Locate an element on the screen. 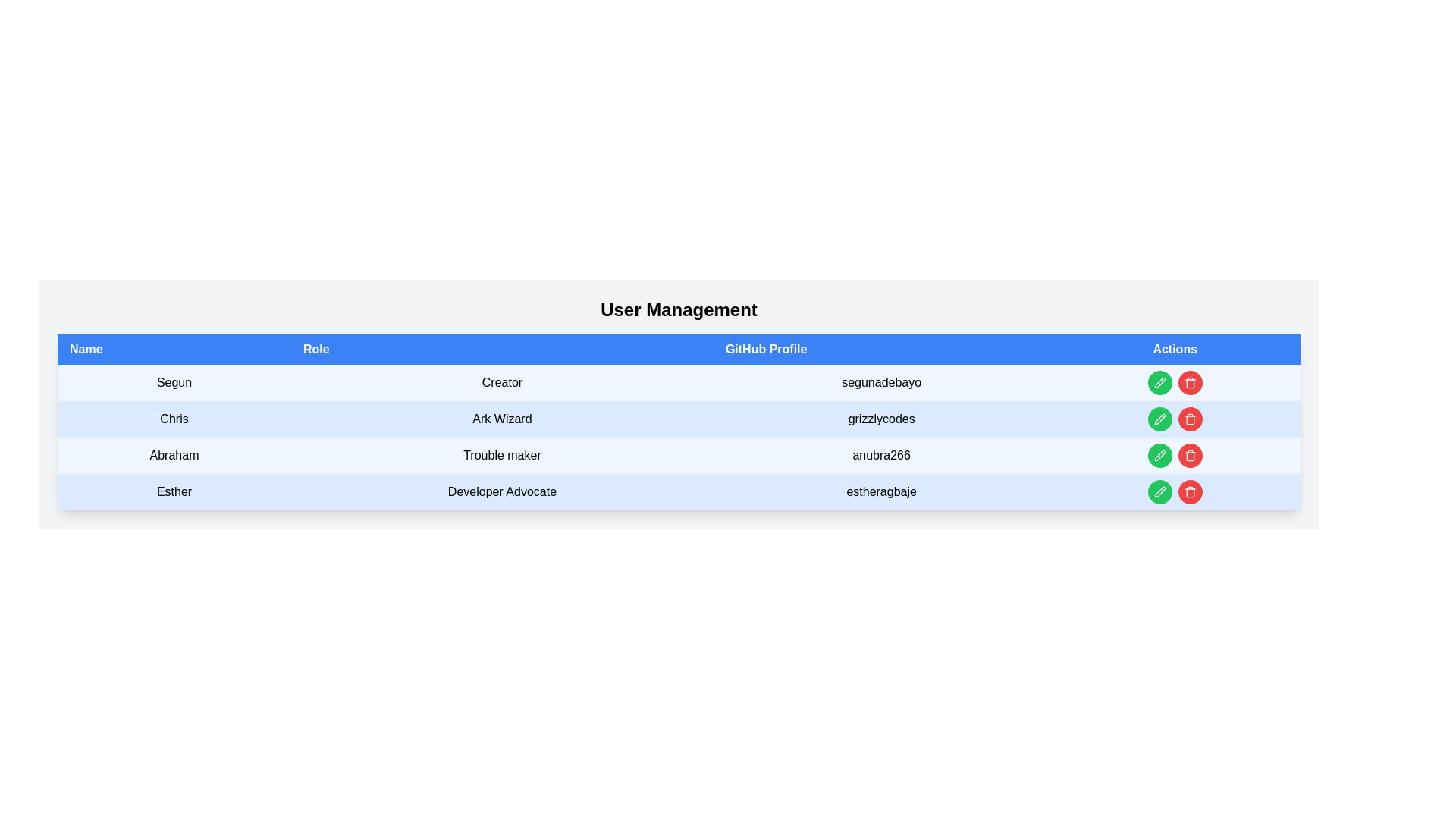 This screenshot has height=819, width=1456. the text label indicating the name 'segunadebayo' in the user management interface, located in the first row of the table under the 'Name' column, horizontally aligned with the 'Creator' role is located at coordinates (174, 382).